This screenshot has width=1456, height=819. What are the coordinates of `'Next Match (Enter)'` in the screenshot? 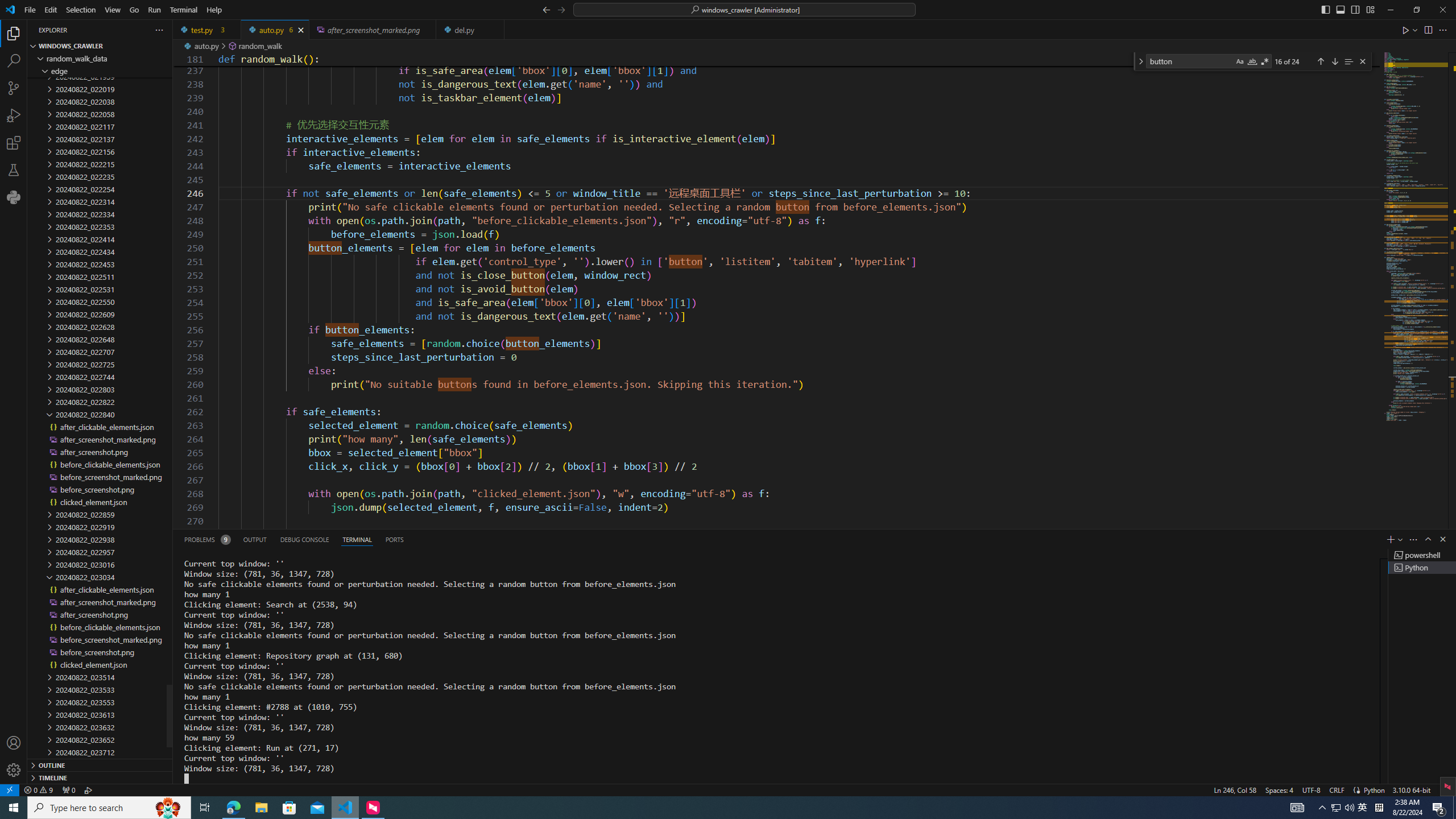 It's located at (1334, 61).